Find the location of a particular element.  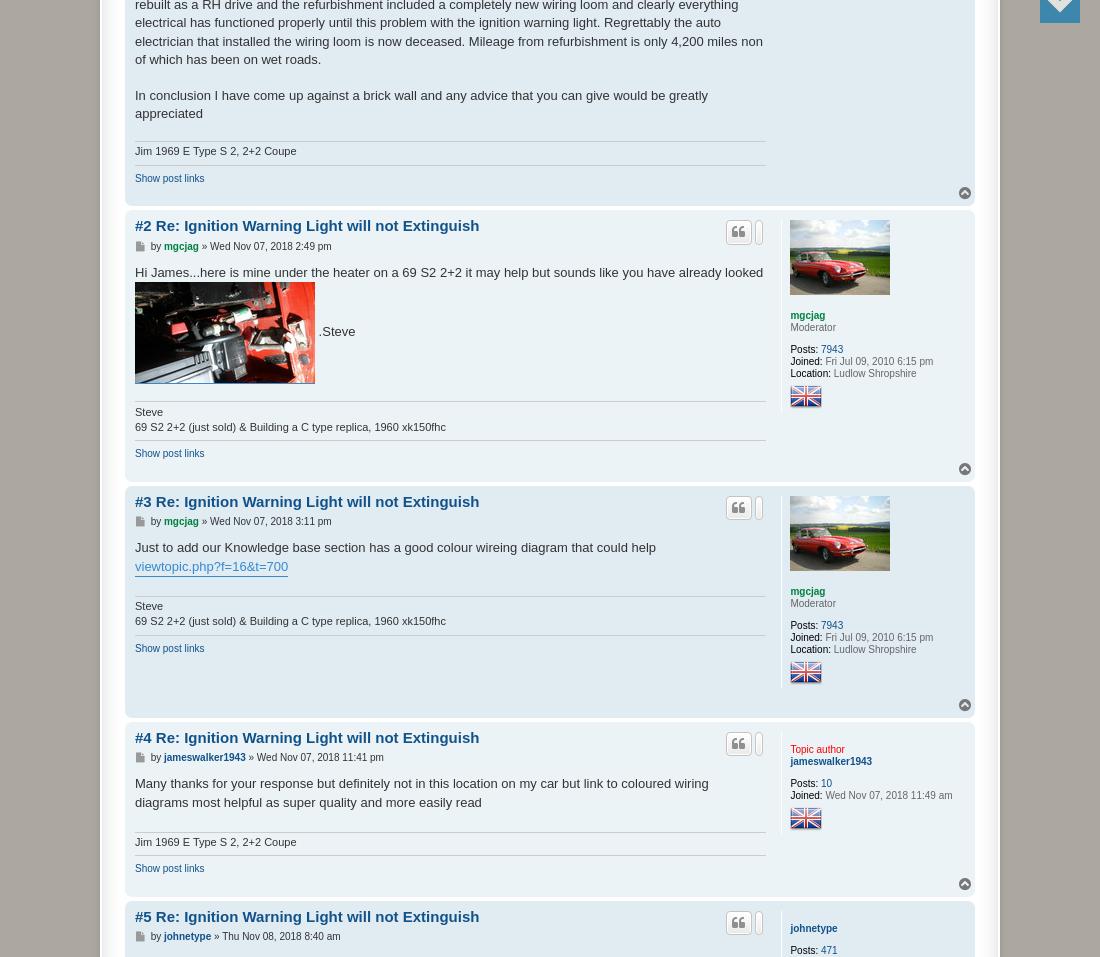

'Hi James...here is mine under the heater on a 69 S2 2+2 it may help but sounds like you have already looked' is located at coordinates (448, 270).